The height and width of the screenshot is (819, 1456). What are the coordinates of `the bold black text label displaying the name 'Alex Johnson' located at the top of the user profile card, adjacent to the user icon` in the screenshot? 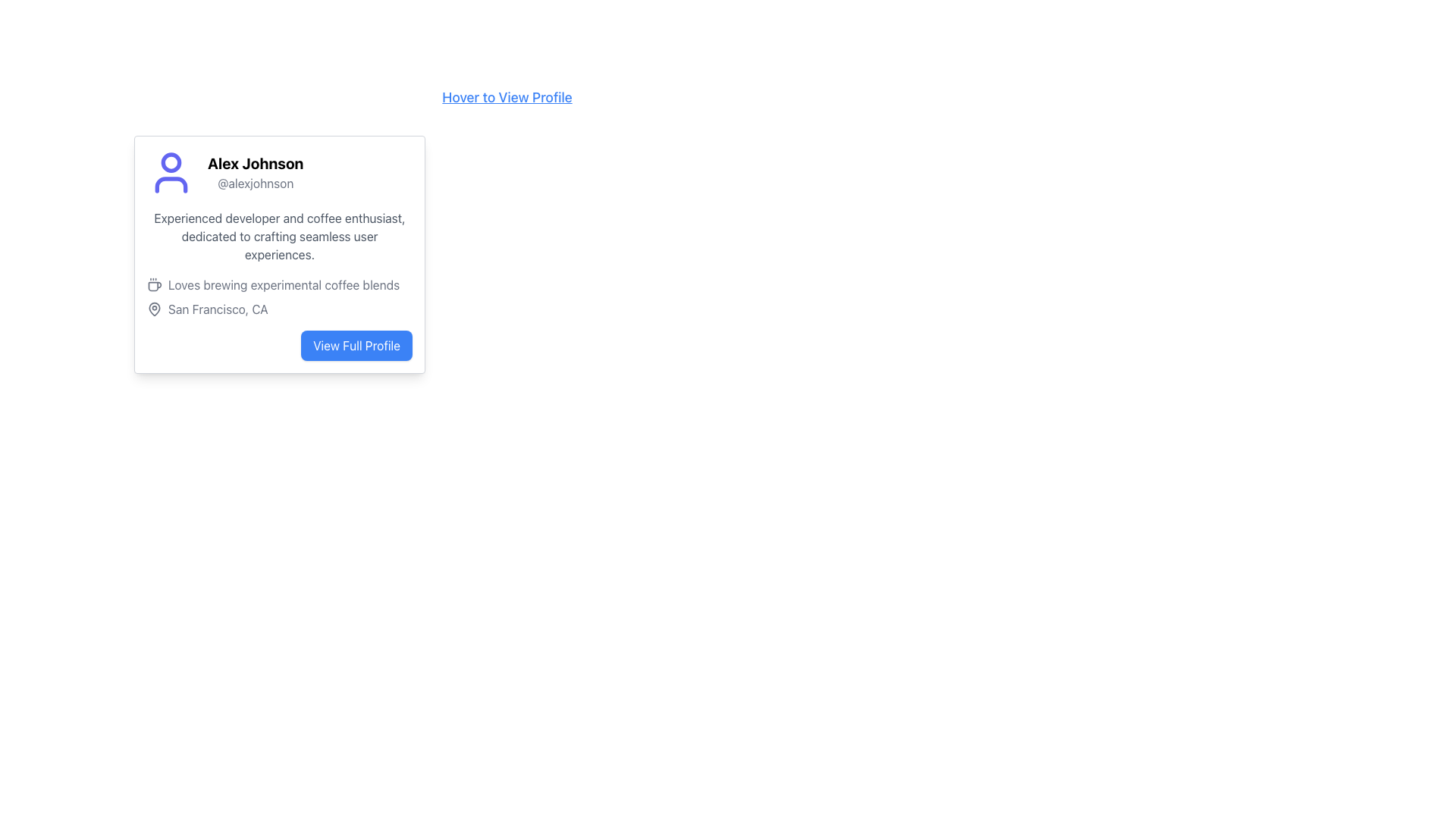 It's located at (256, 164).